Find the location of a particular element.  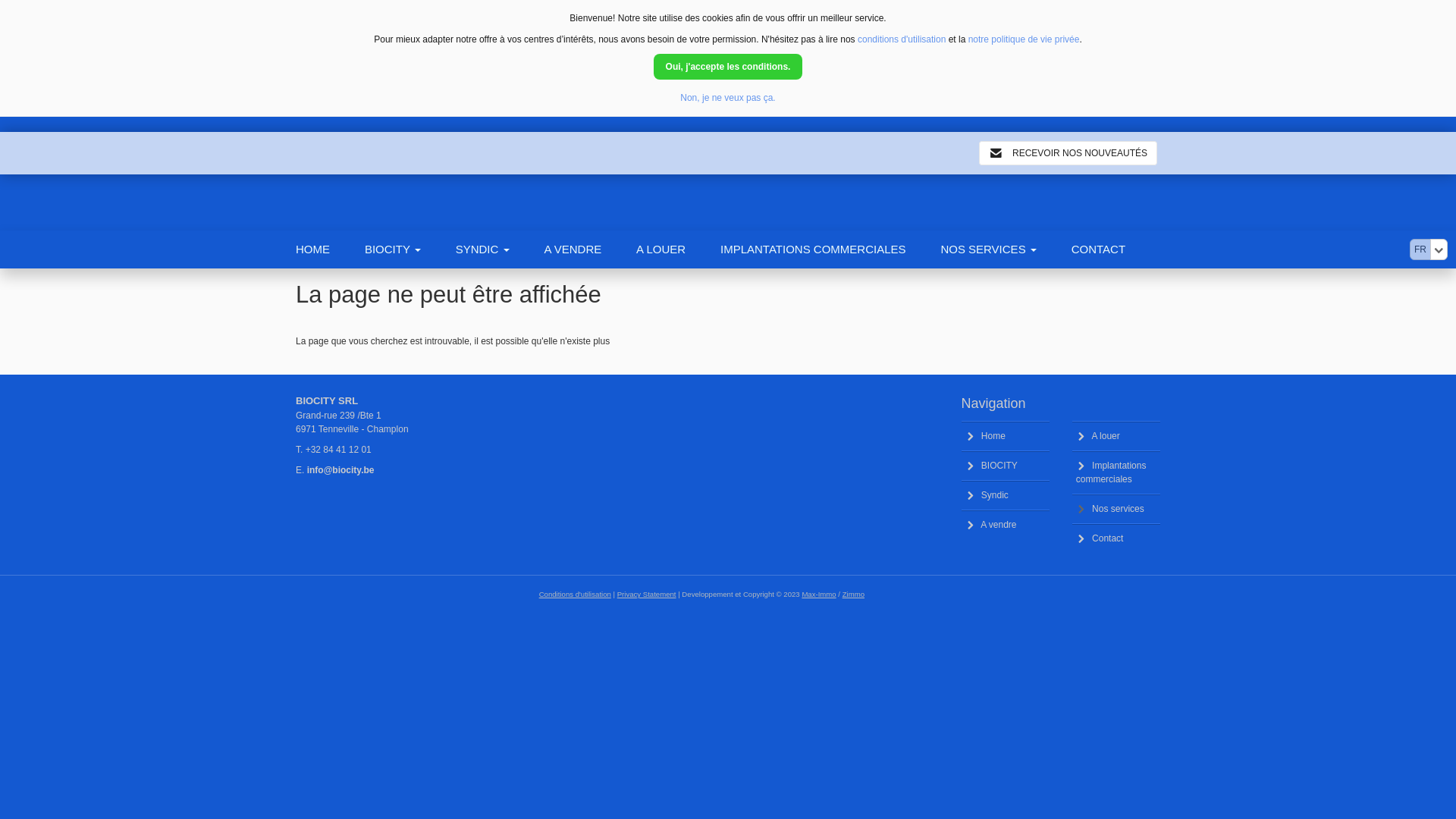

'Max-Immo' is located at coordinates (817, 593).